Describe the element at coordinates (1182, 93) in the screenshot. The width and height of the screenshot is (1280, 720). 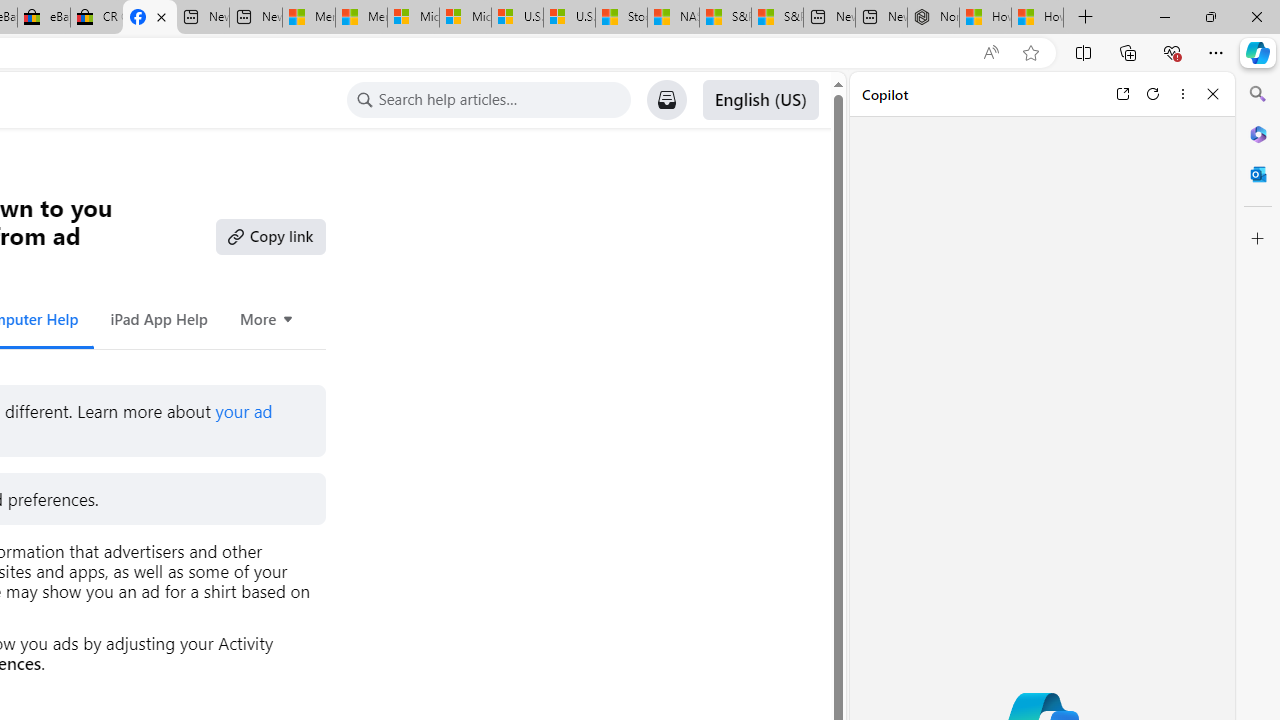
I see `'More options'` at that location.